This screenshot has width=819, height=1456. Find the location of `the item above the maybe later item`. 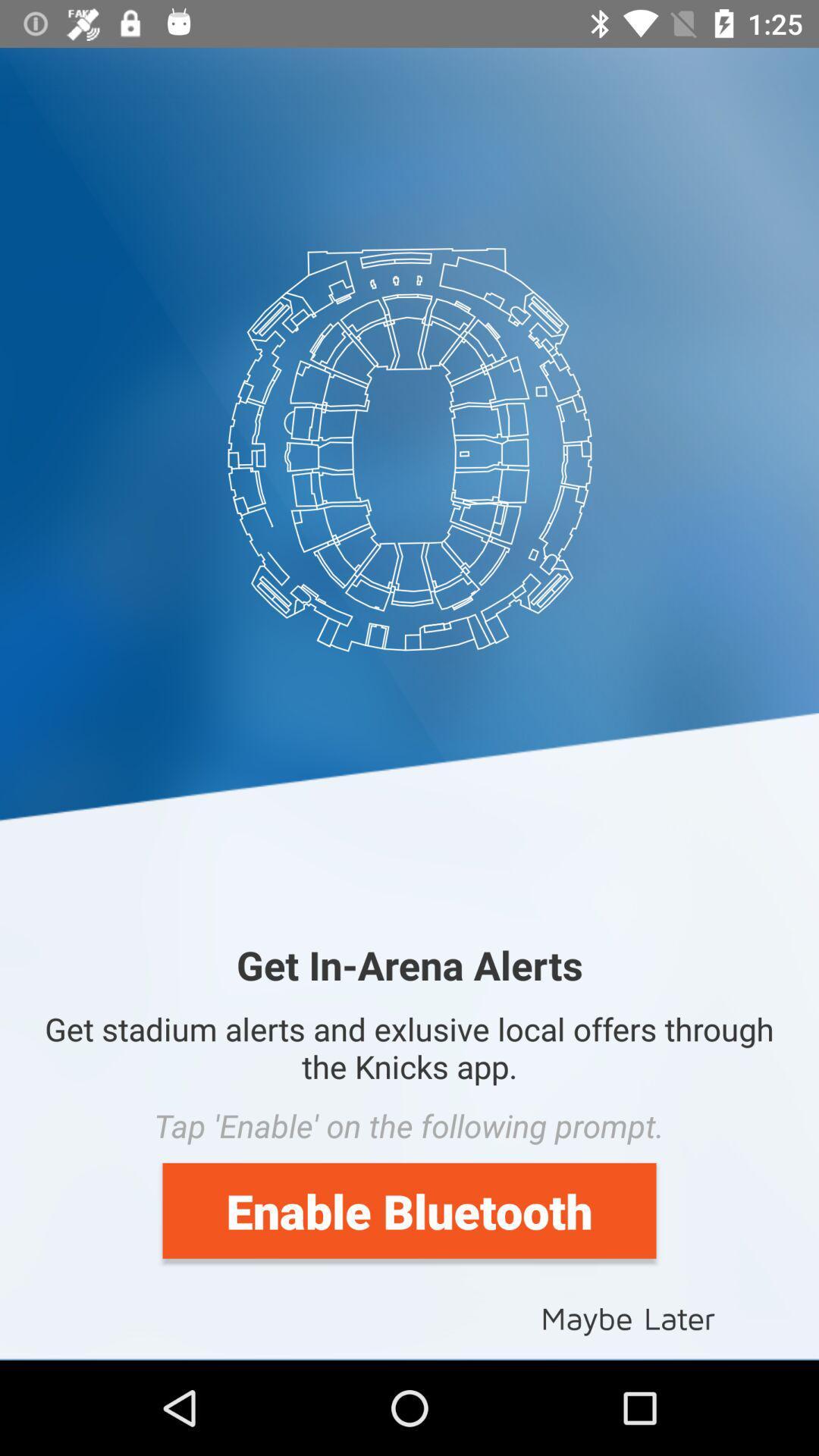

the item above the maybe later item is located at coordinates (409, 1210).